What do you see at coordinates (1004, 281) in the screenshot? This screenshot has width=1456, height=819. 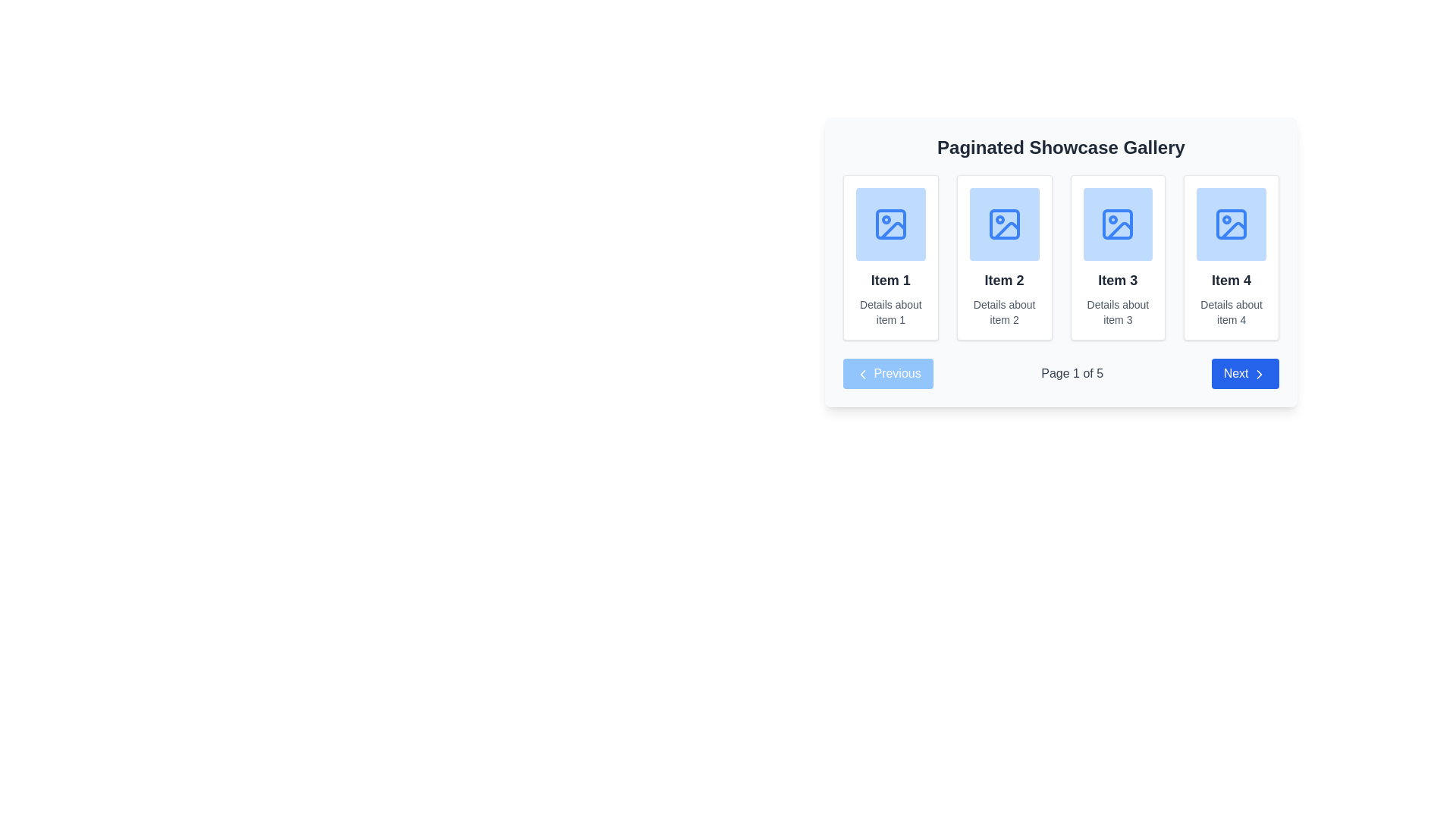 I see `text label displaying 'Item 2' that is located in the second card of a group of four cards, positioned directly below an image icon` at bounding box center [1004, 281].